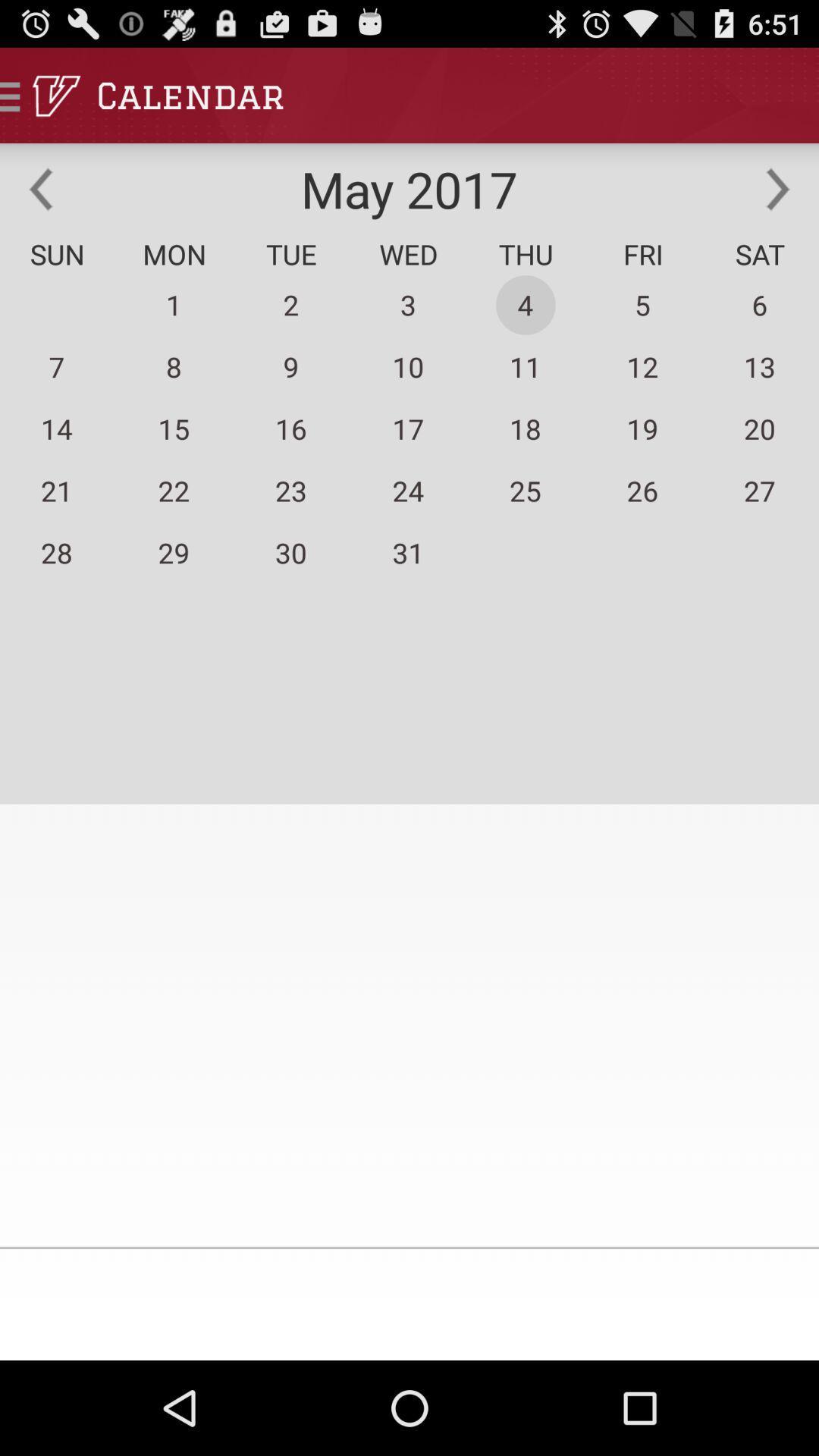  I want to click on the item above sun, so click(40, 188).